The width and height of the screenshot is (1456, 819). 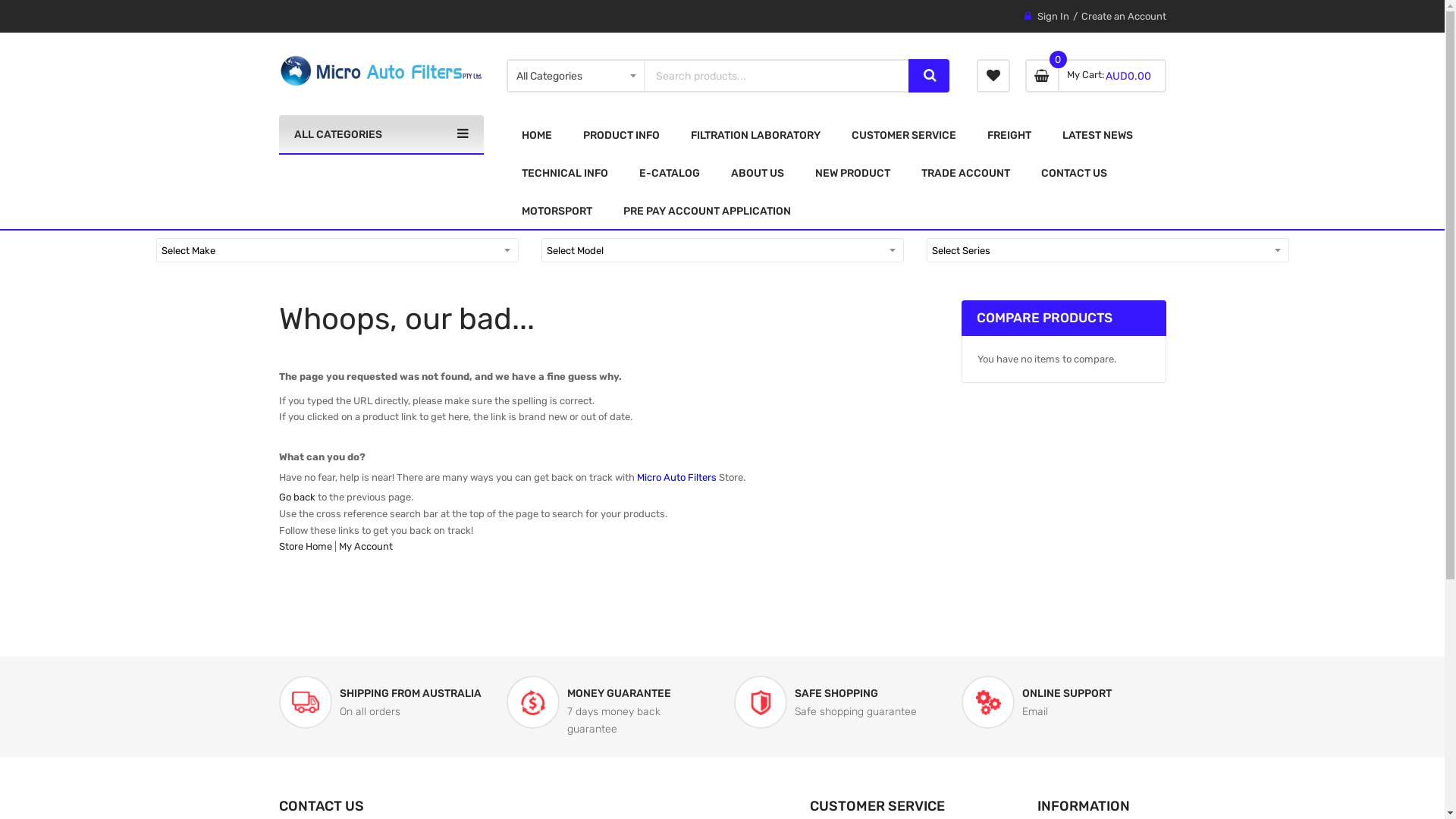 What do you see at coordinates (305, 546) in the screenshot?
I see `'Store Home'` at bounding box center [305, 546].